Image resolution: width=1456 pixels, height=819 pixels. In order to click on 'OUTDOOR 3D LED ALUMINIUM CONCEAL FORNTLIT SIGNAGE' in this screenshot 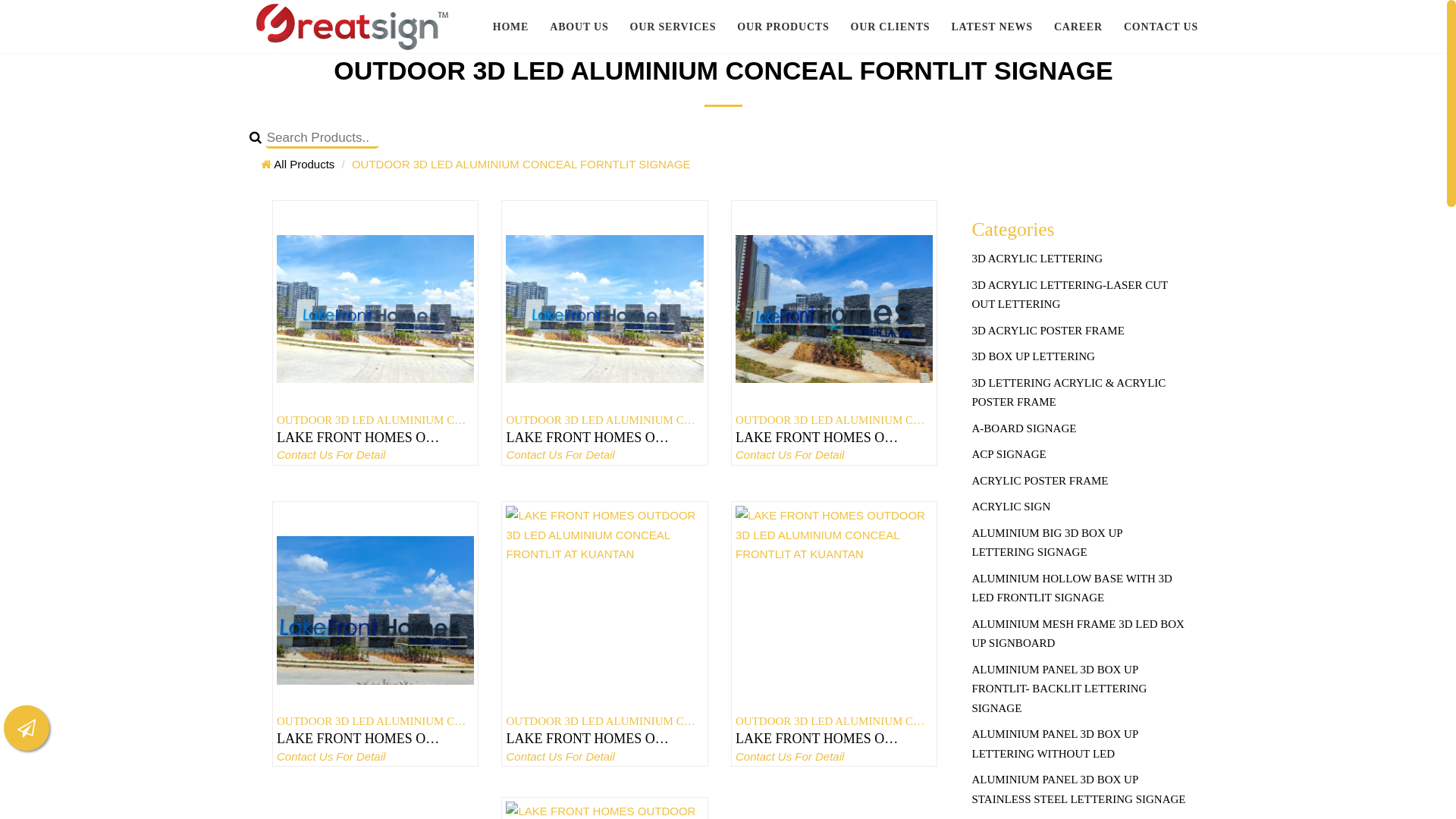, I will do `click(521, 164)`.